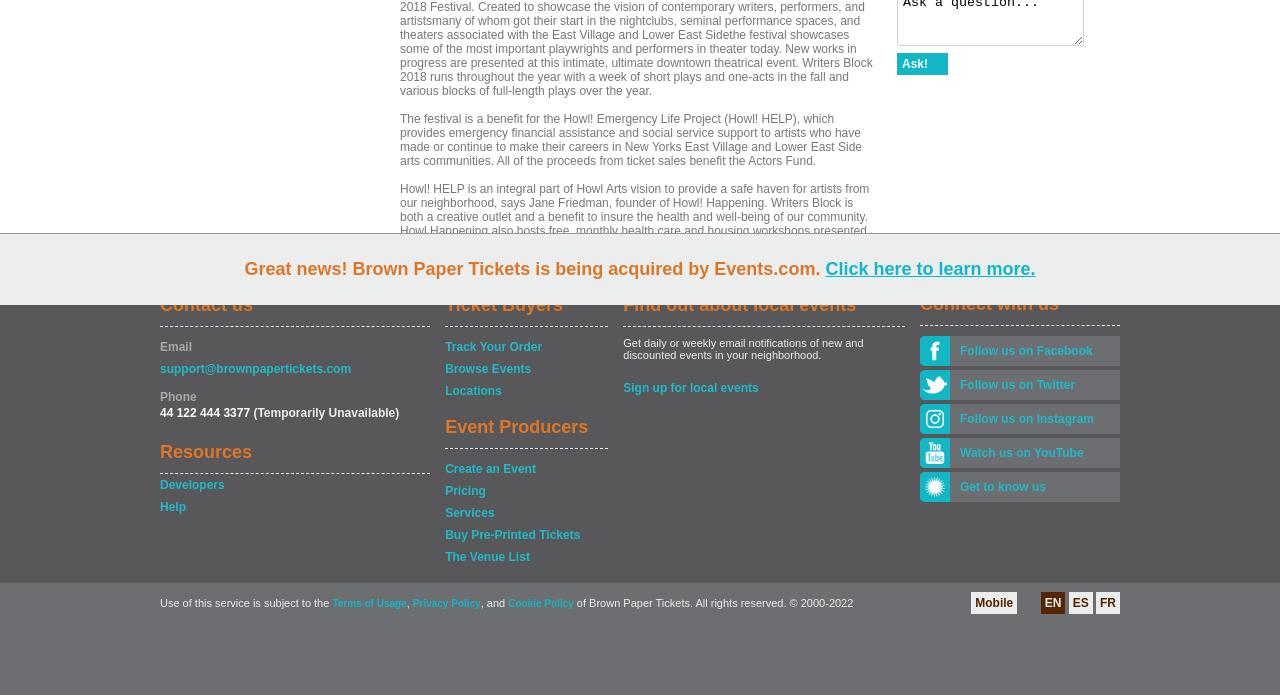  Describe the element at coordinates (633, 215) in the screenshot. I see `'Howl! HELP is an integral part of Howl Arts vision to provide a safe haven for artists from our neighborhood, says Jane Friedman, founder of Howl! Happening. Writers Block is both a creative outlet and a benefit to insure the health and well-being of our community. Howl Happening also hosts free, monthly health care and housing workshops presented by the Actors Fund. For information and updated schedule of events: howlarts.org.'` at that location.